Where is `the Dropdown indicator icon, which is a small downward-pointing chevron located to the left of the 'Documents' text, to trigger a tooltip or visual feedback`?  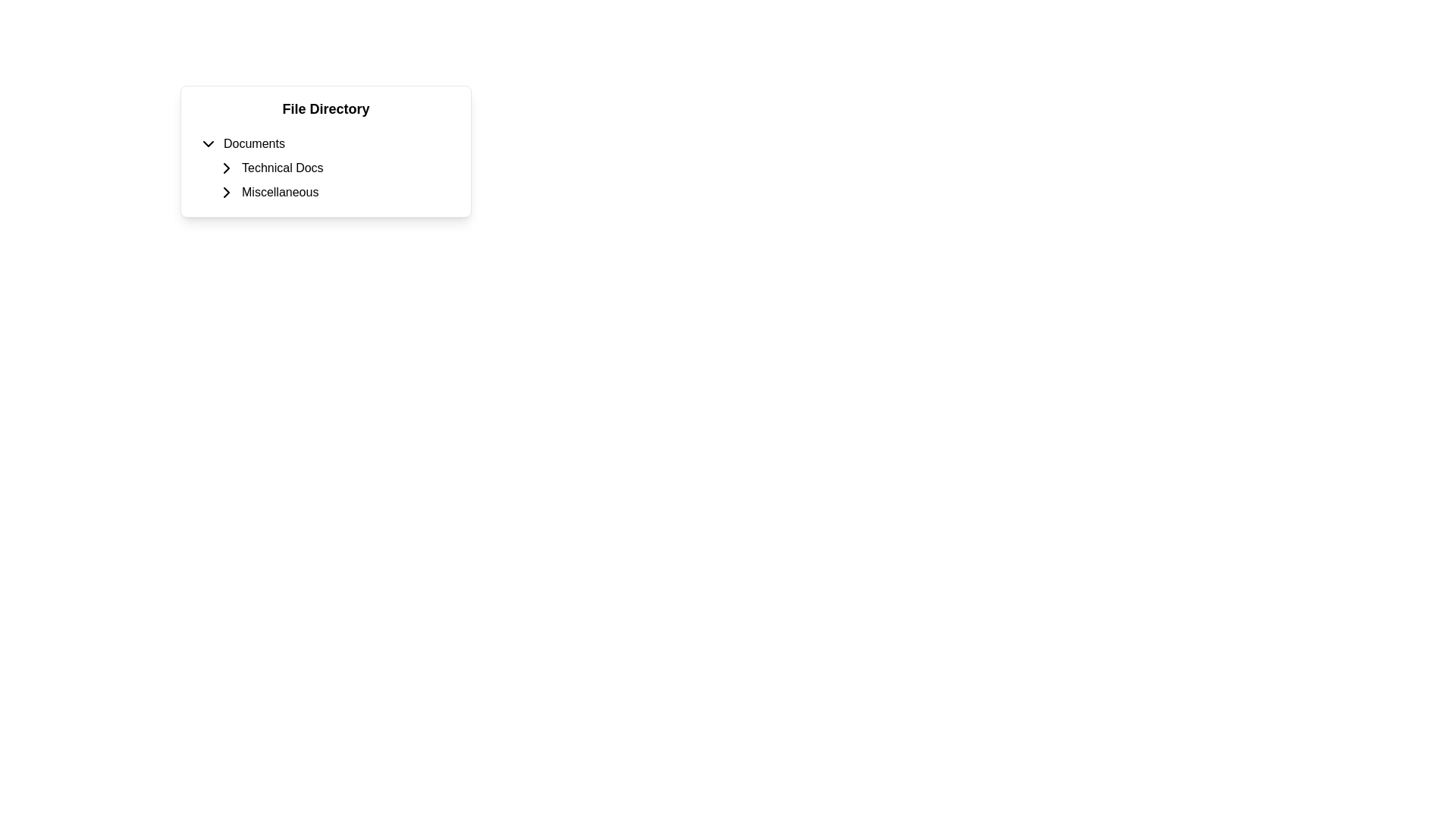
the Dropdown indicator icon, which is a small downward-pointing chevron located to the left of the 'Documents' text, to trigger a tooltip or visual feedback is located at coordinates (207, 143).